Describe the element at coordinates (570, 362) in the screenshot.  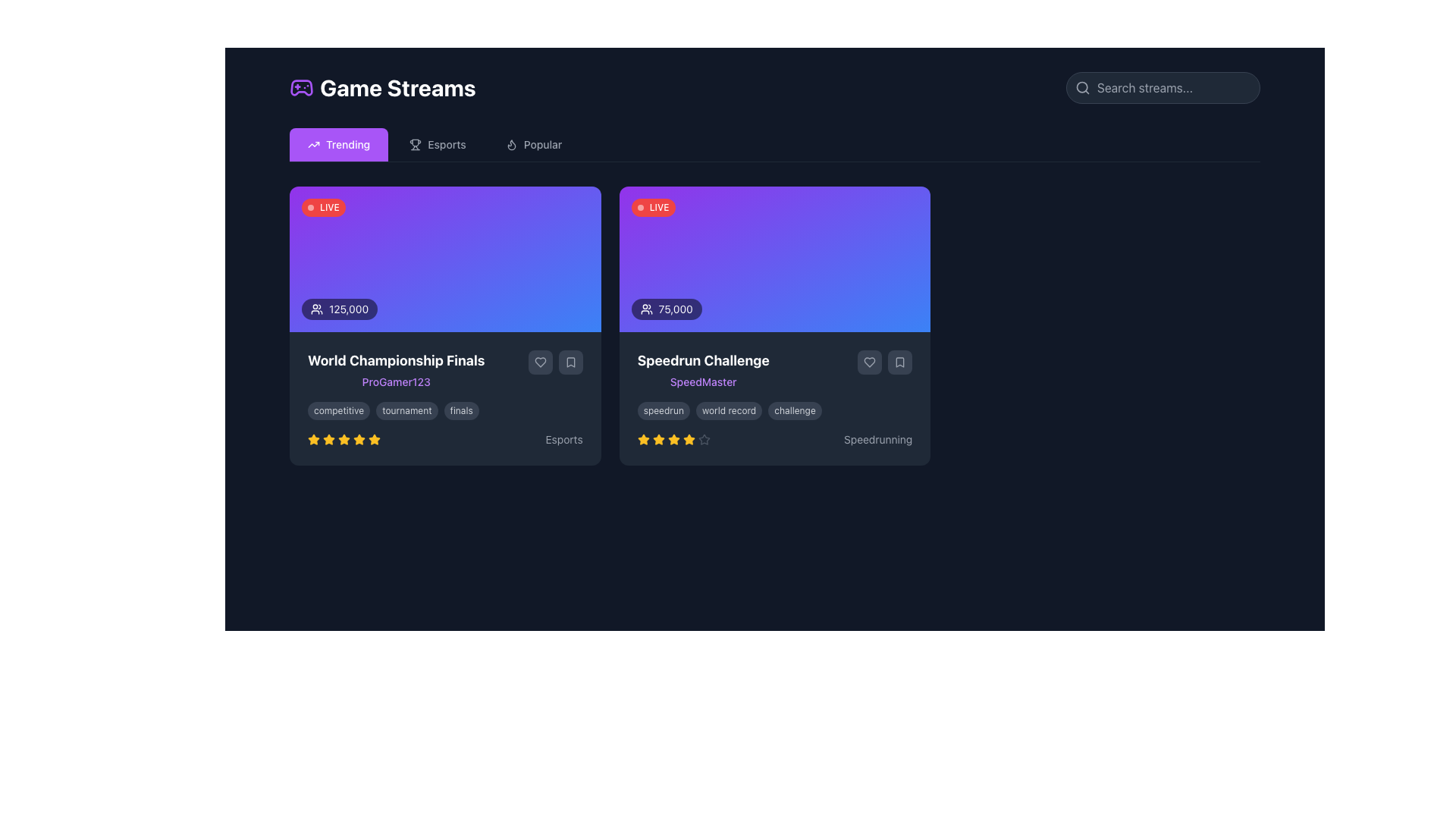
I see `the bookmark icon located inside the circular button at the bottom right corner of the first content card to bookmark the associated content` at that location.